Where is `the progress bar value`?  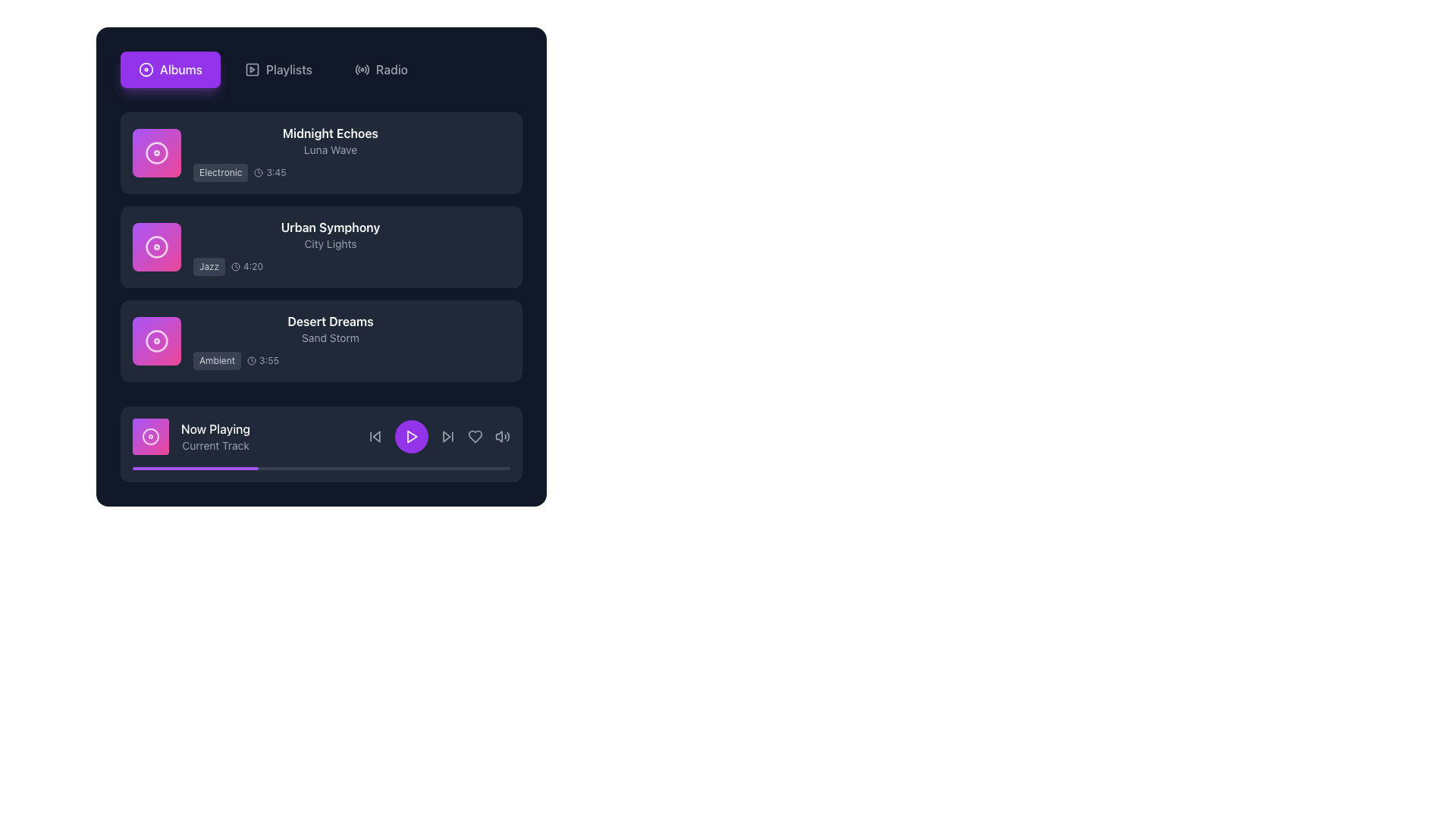
the progress bar value is located at coordinates (256, 467).